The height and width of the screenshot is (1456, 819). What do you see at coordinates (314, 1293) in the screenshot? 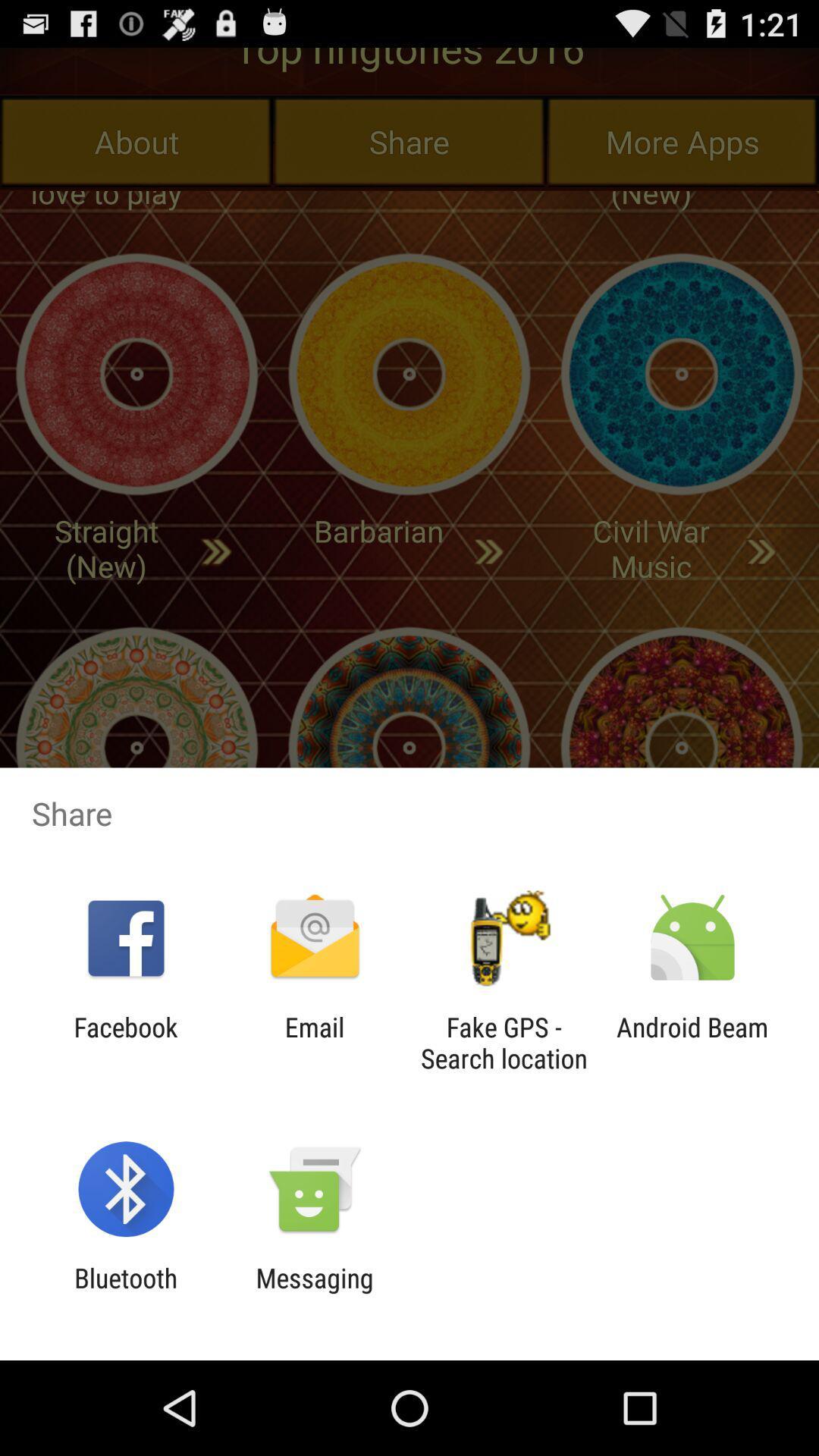
I see `messaging icon` at bounding box center [314, 1293].